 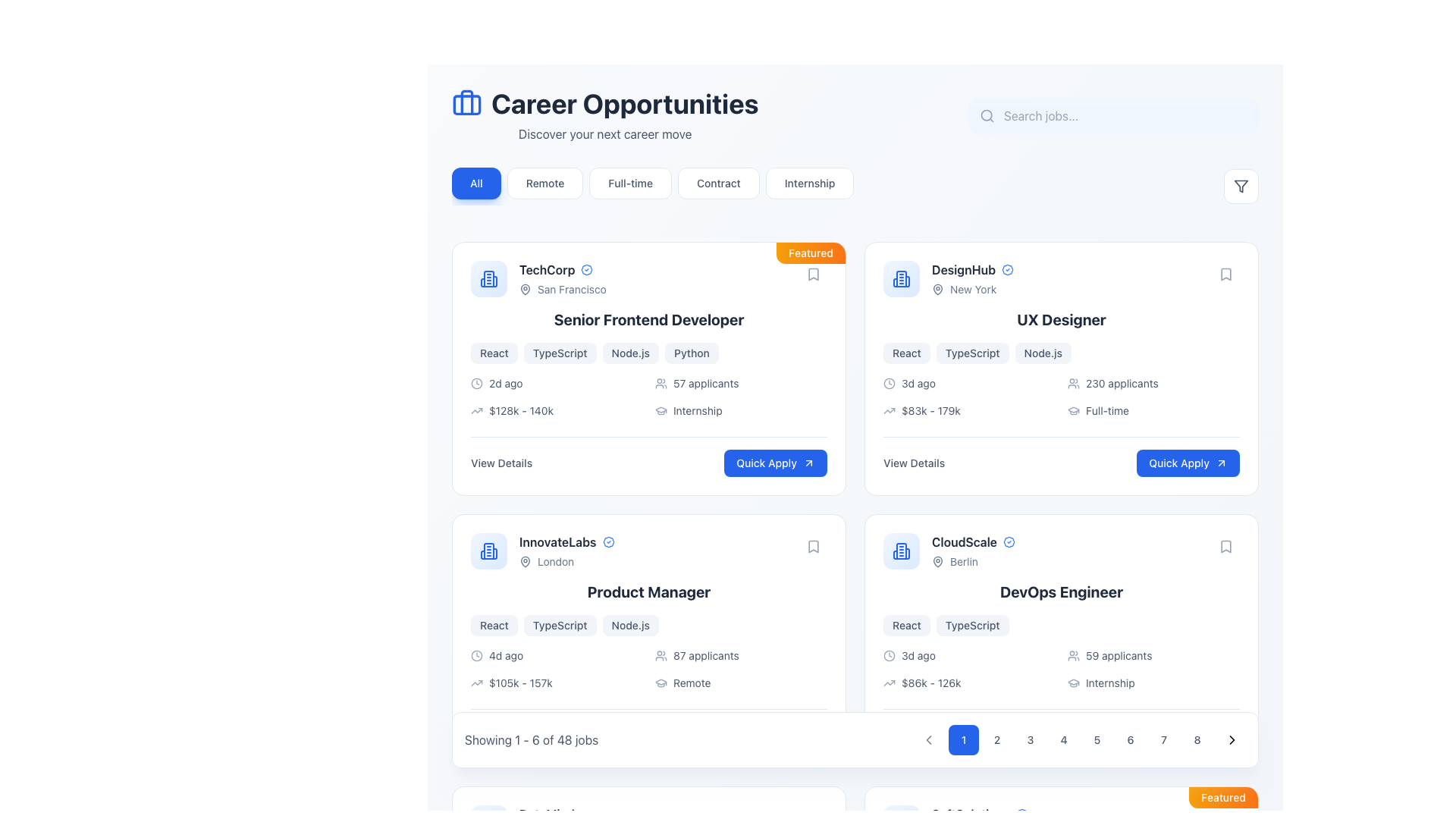 I want to click on the associated icons next to the header displaying the company name 'TechCorp' and location 'San Francisco' in the job listing card, so click(x=538, y=278).